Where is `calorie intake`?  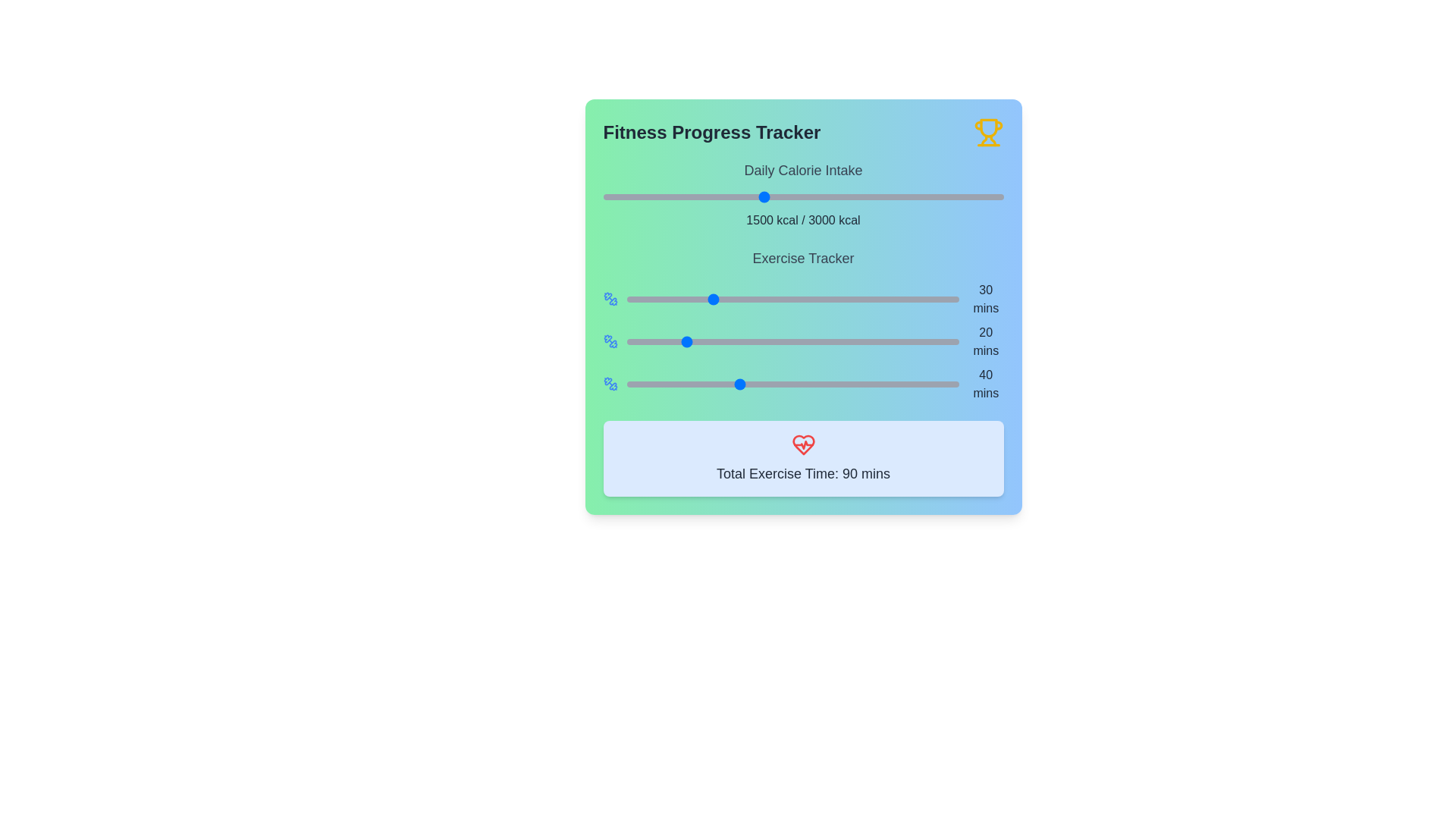 calorie intake is located at coordinates (733, 196).